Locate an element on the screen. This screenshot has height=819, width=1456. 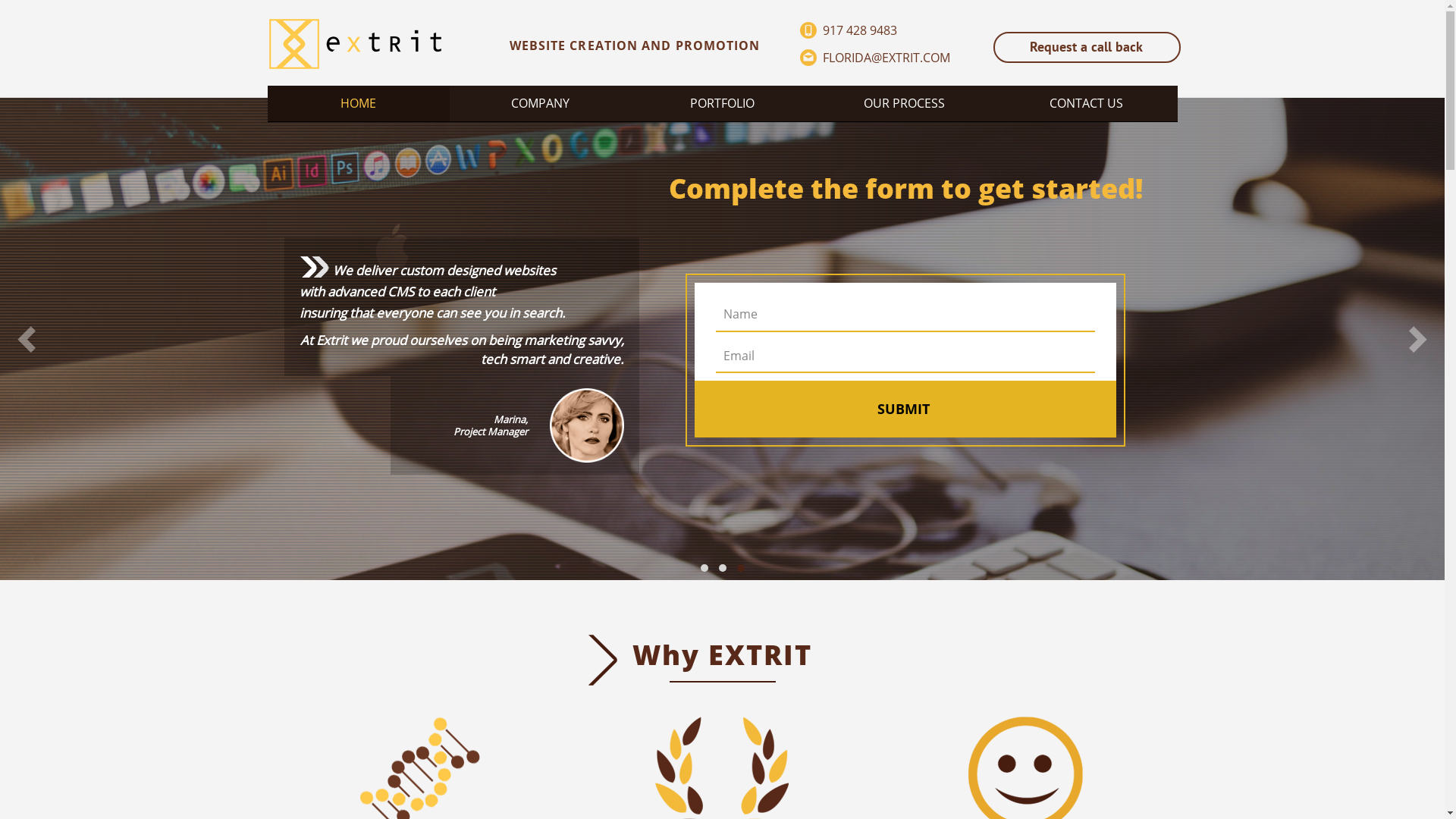
'HOME' is located at coordinates (356, 102).